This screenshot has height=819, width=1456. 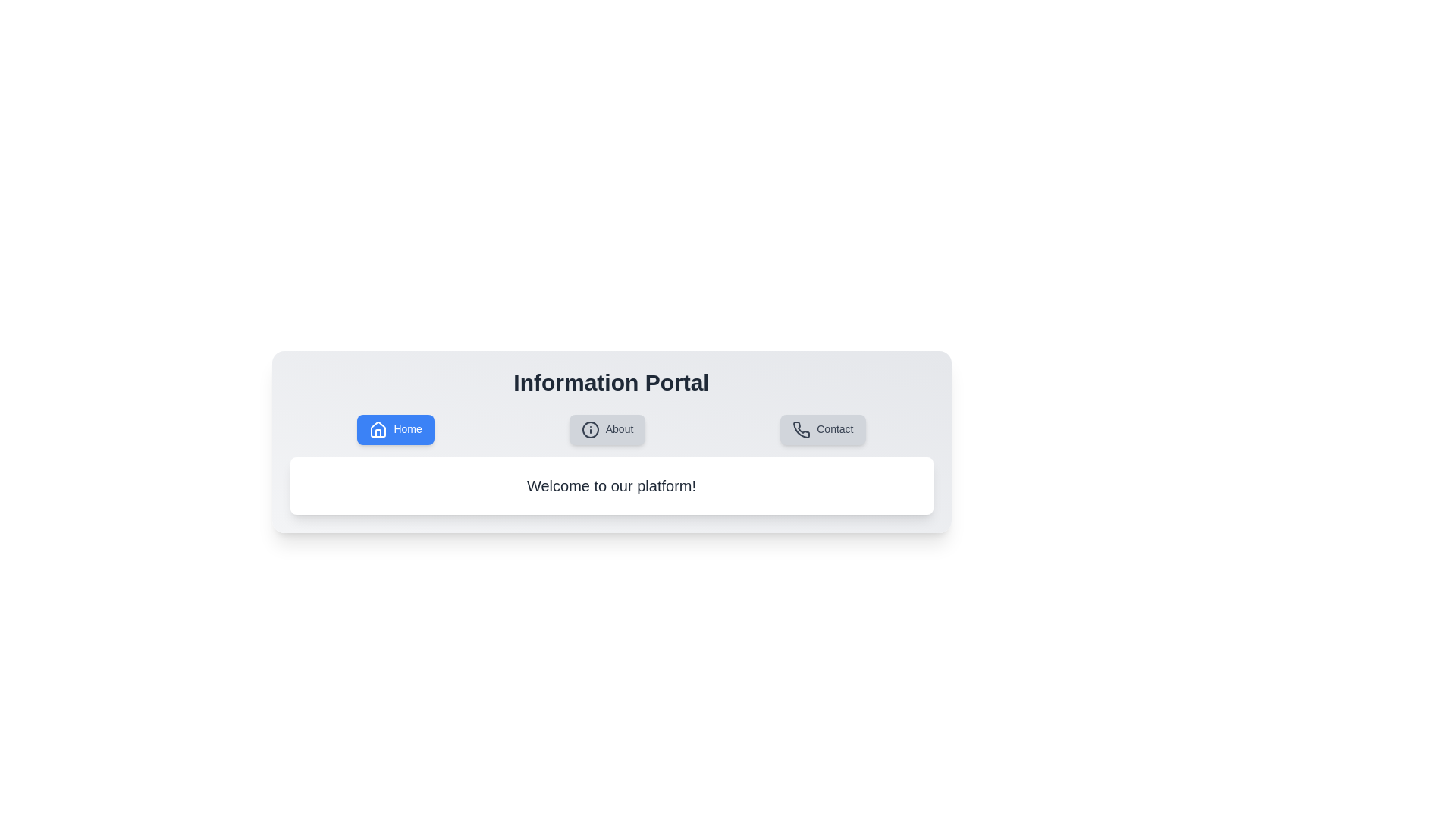 I want to click on the contact icon located inside the 'Contact' button, which is the third button in a horizontal row of tabs under 'Information Portal', so click(x=801, y=430).